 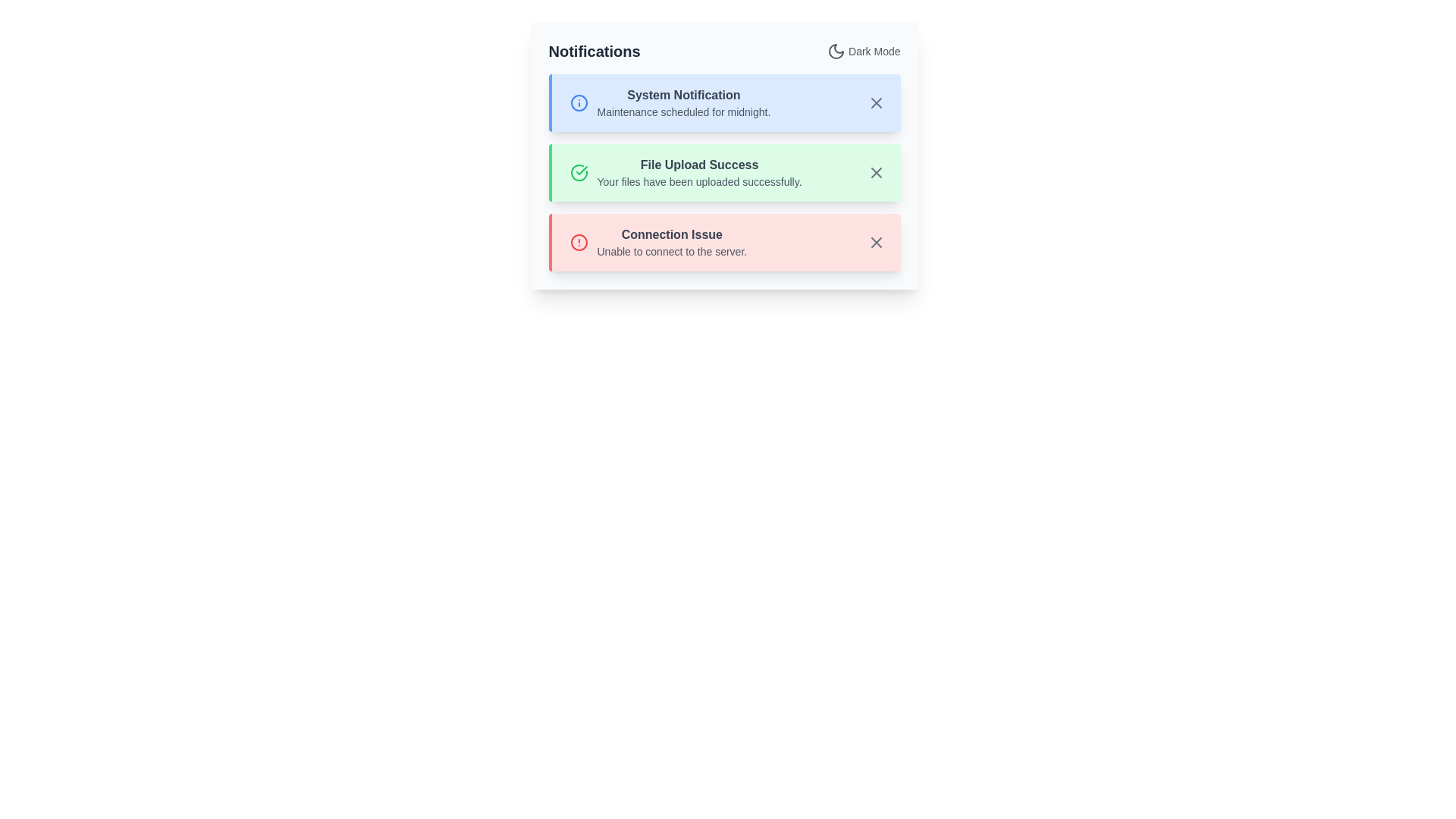 I want to click on the circular icon with a blue margin located in the top section of the notification box, to the left of the 'System Notification' text, so click(x=578, y=102).